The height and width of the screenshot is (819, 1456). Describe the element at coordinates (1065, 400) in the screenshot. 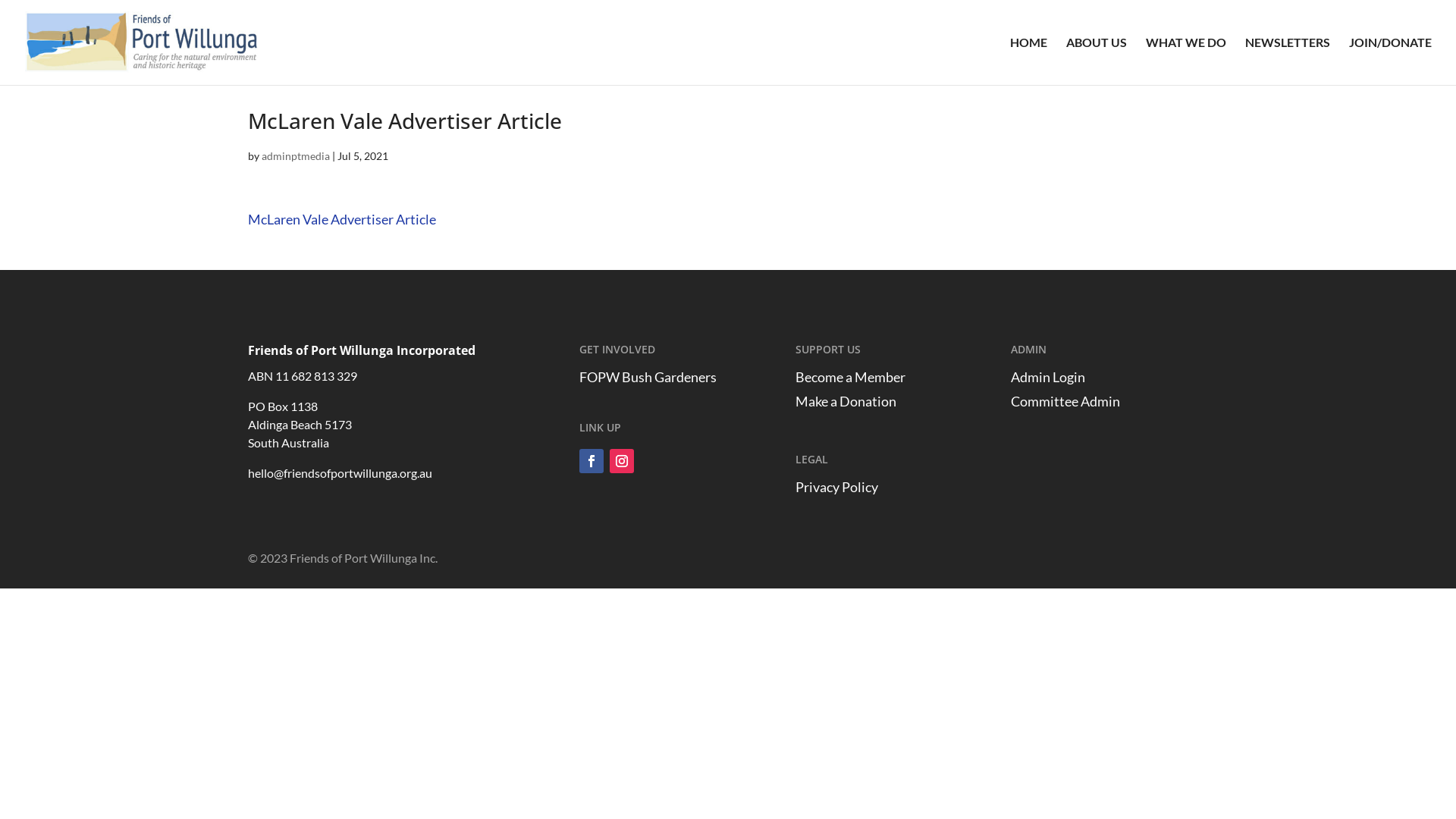

I see `'Committee Admin'` at that location.